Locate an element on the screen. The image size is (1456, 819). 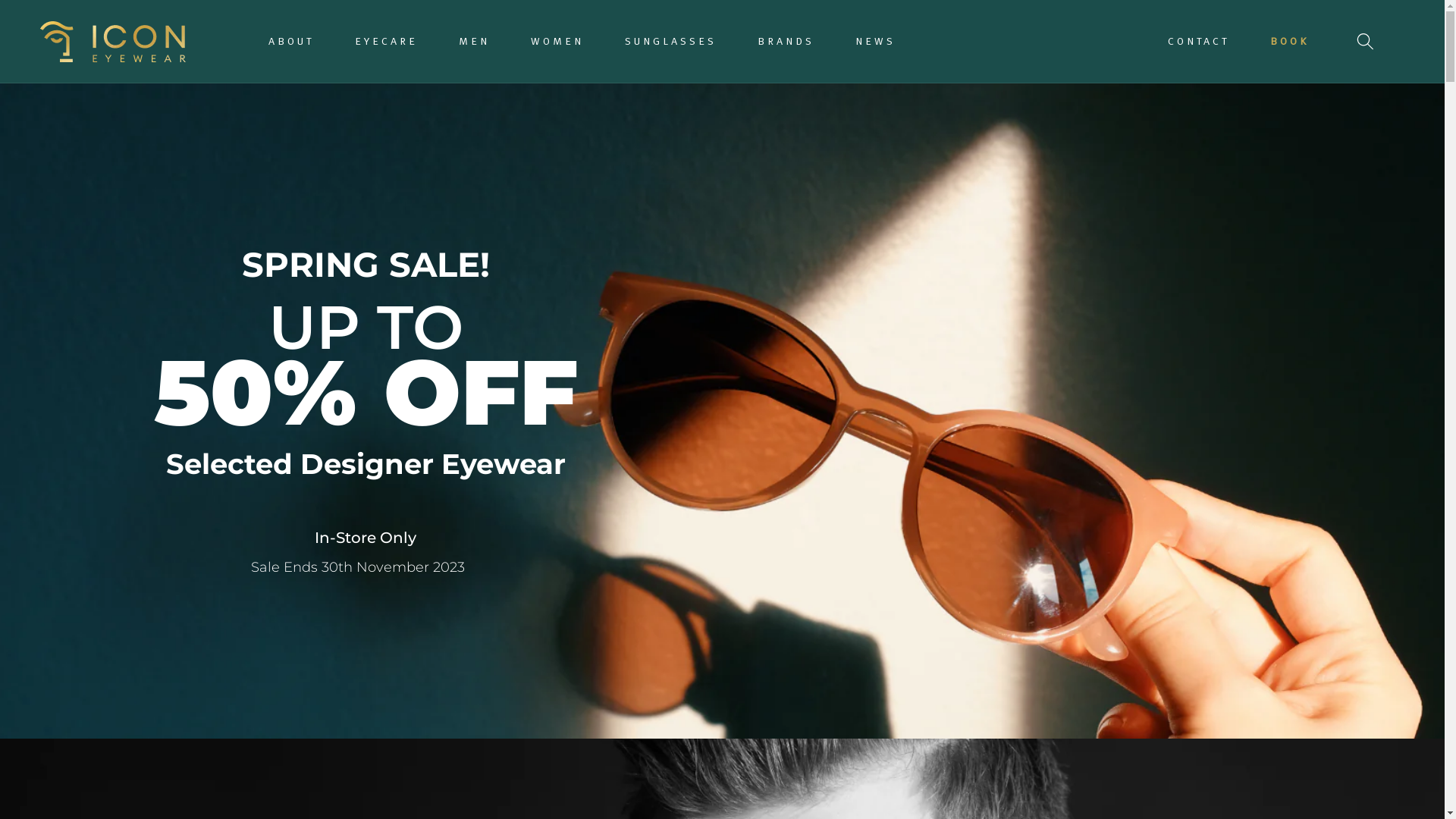
'SUNGLASSES' is located at coordinates (615, 40).